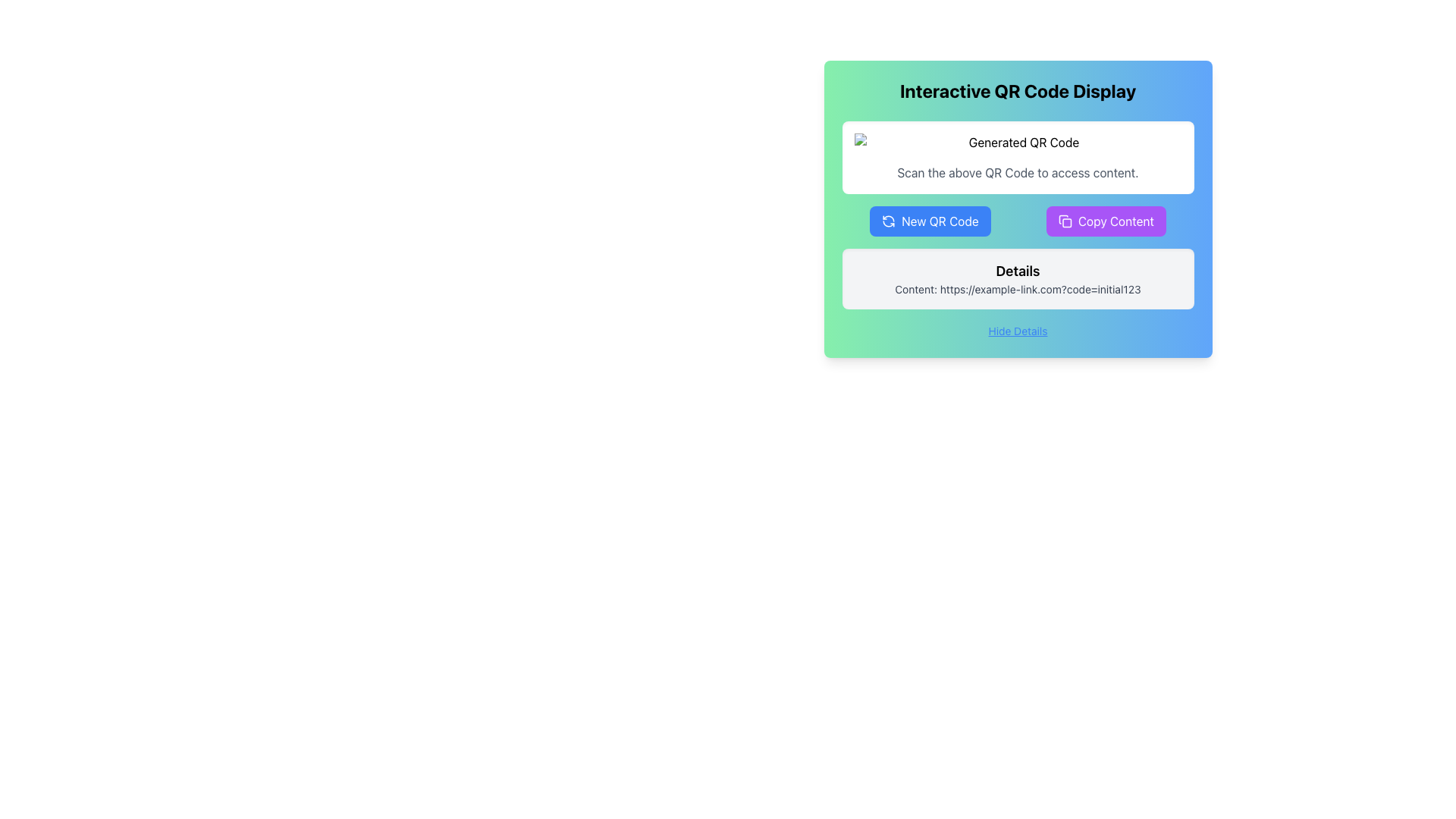 The width and height of the screenshot is (1456, 819). Describe the element at coordinates (1116, 221) in the screenshot. I see `the 'Copy Content' button, which is a purple rectangular button with rounded corners, to copy the content` at that location.